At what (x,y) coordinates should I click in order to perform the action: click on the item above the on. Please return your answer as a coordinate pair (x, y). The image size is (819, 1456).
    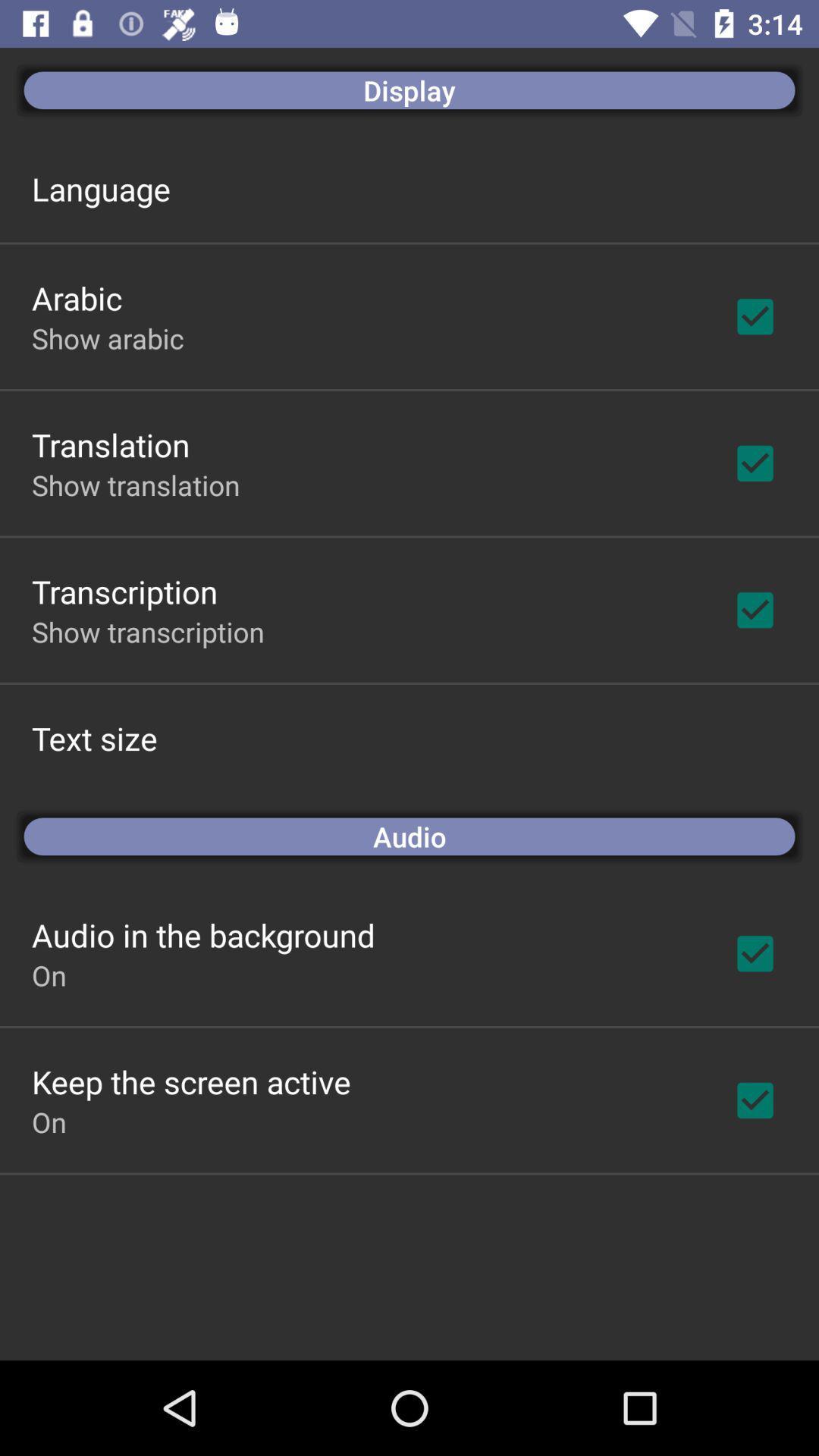
    Looking at the image, I should click on (202, 934).